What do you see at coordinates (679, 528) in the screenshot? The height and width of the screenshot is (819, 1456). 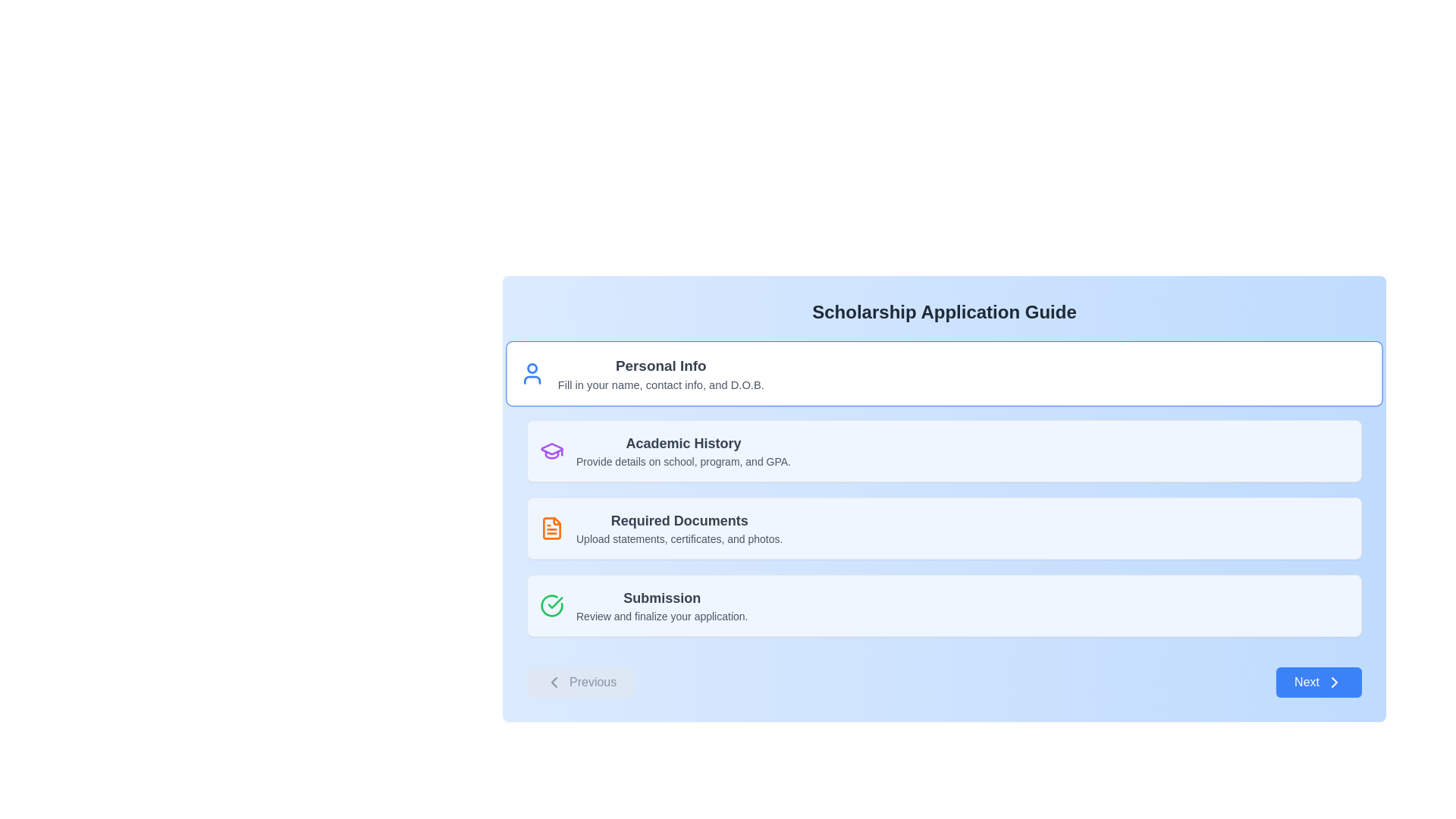 I see `the informational text group that serves as a header and description for the 'Required Documents' section to understand the instructions for uploading necessary documents` at bounding box center [679, 528].